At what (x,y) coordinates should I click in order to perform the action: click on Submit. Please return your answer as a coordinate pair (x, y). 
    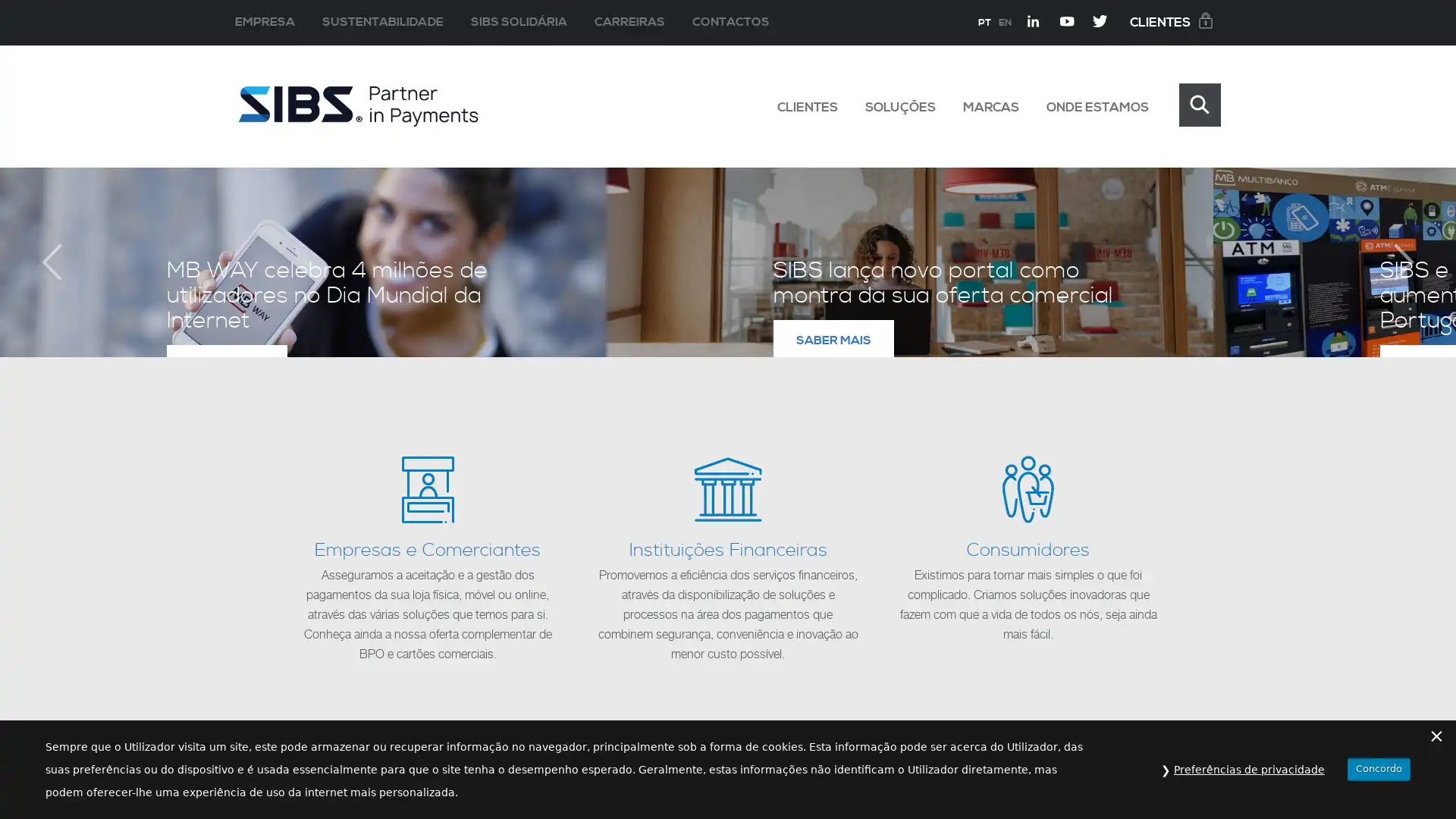
    Looking at the image, I should click on (1199, 104).